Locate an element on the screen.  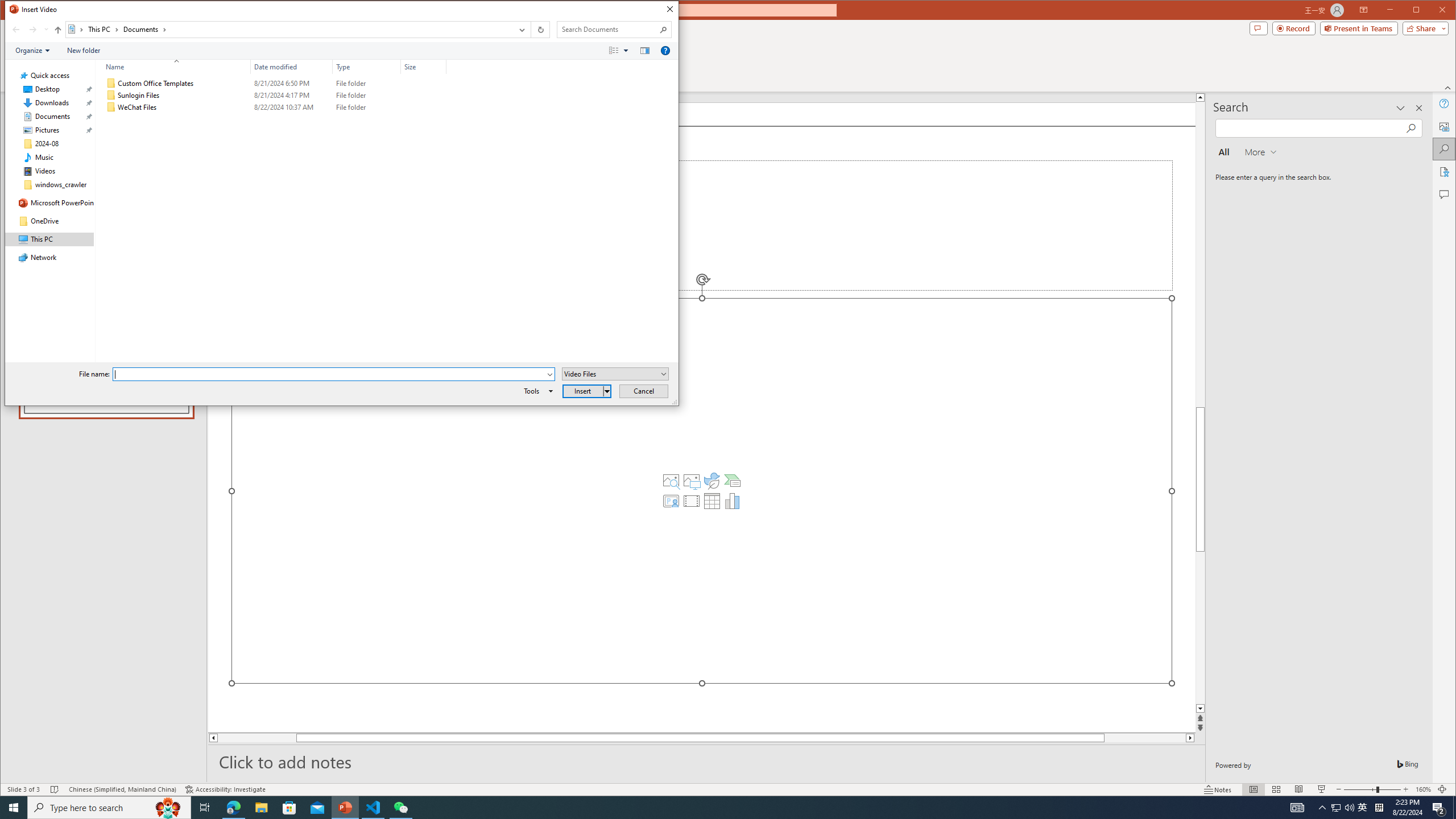
'Up to "This PC" (Alt + Up Arrow)' is located at coordinates (57, 29).